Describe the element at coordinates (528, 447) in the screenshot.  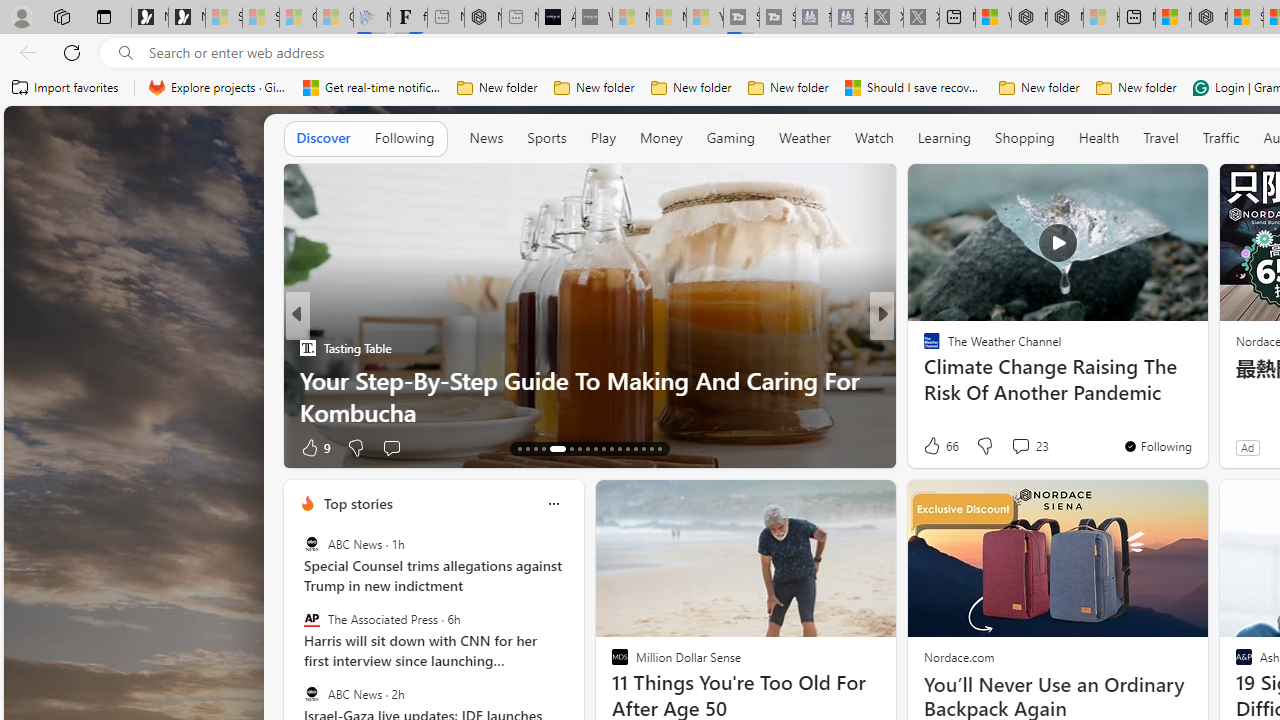
I see `'AutomationID: tab-14'` at that location.